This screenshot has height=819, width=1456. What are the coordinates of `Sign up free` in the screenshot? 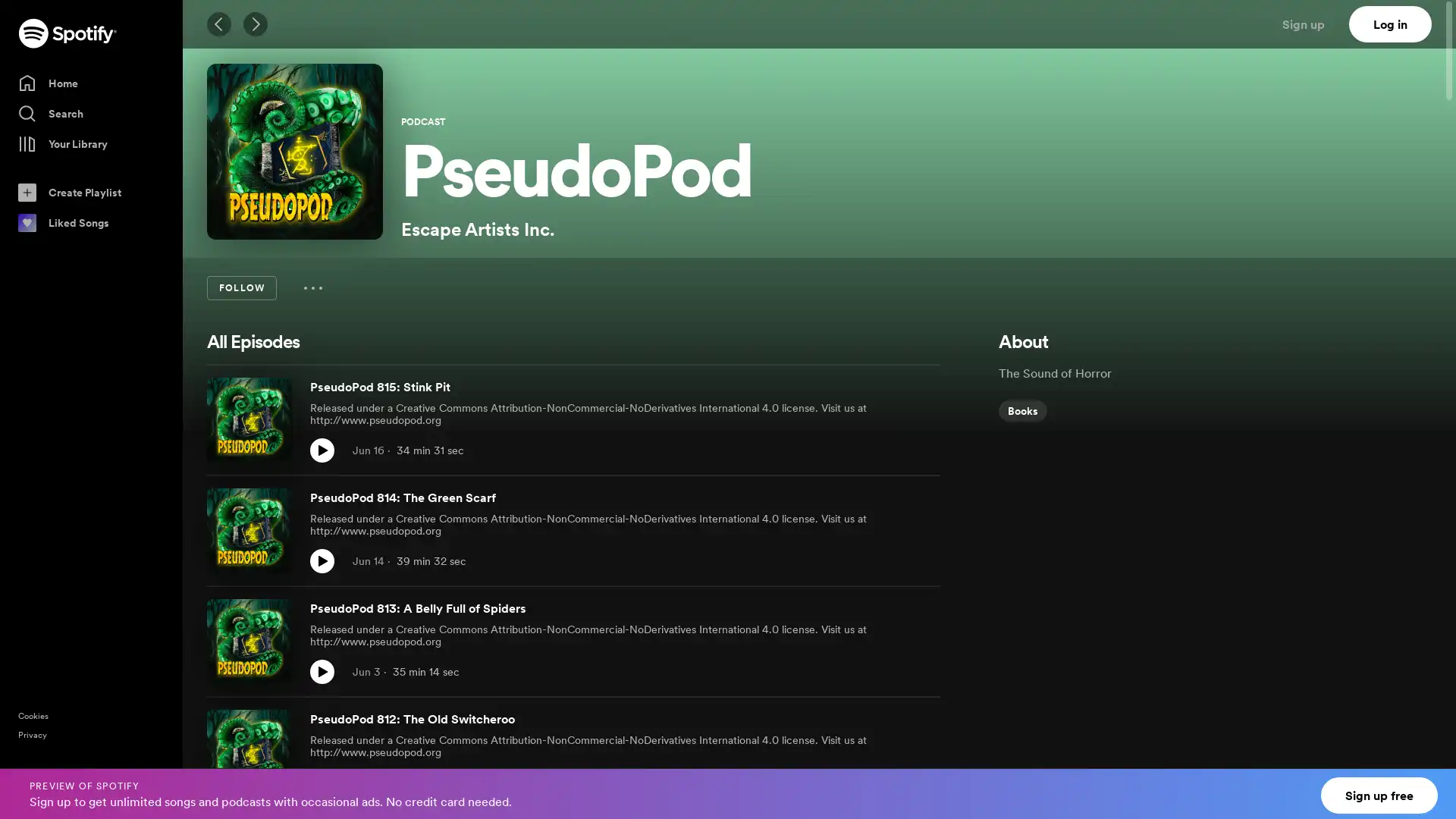 It's located at (1379, 795).